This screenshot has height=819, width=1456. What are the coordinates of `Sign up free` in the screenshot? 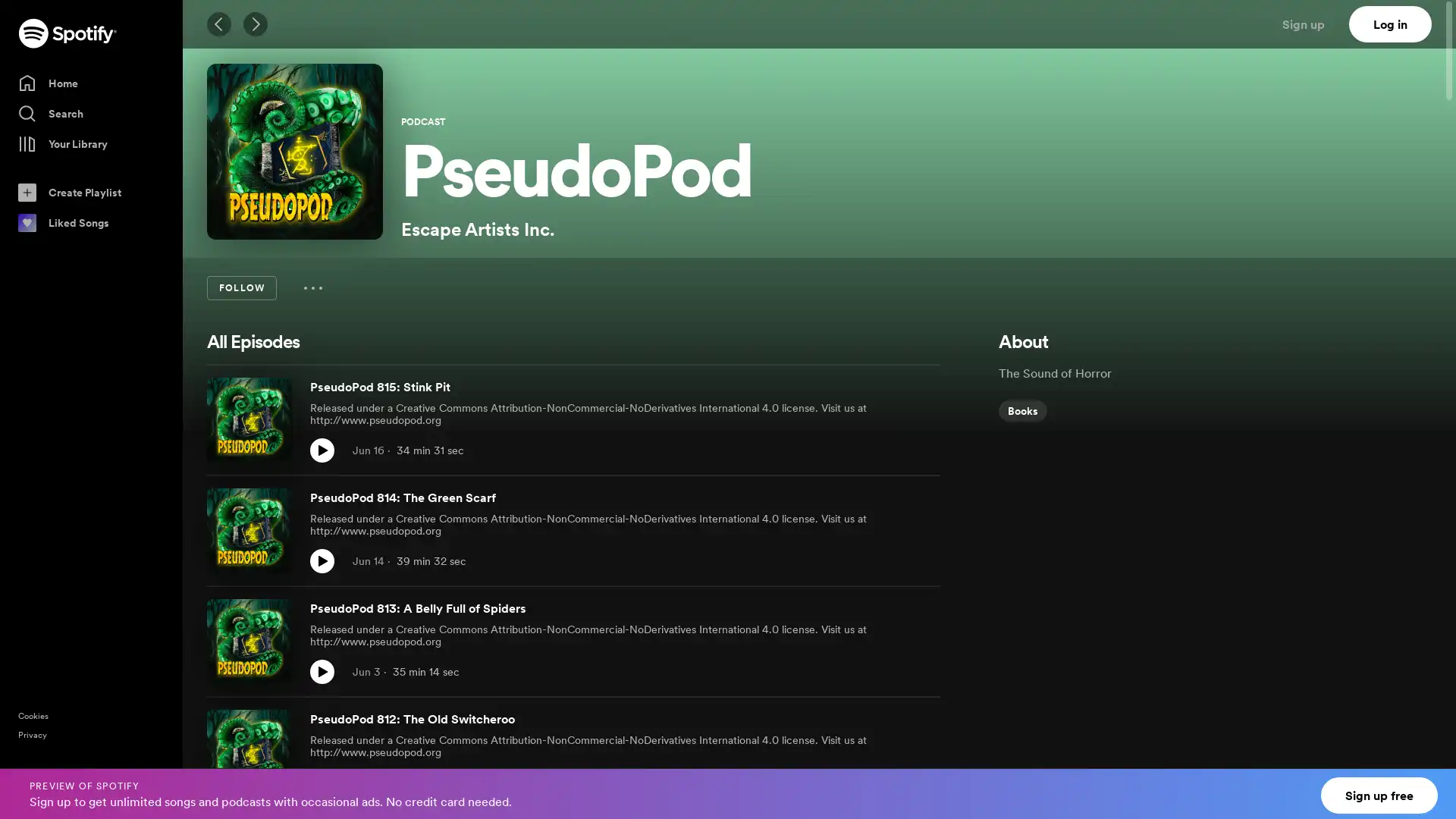 It's located at (1379, 795).